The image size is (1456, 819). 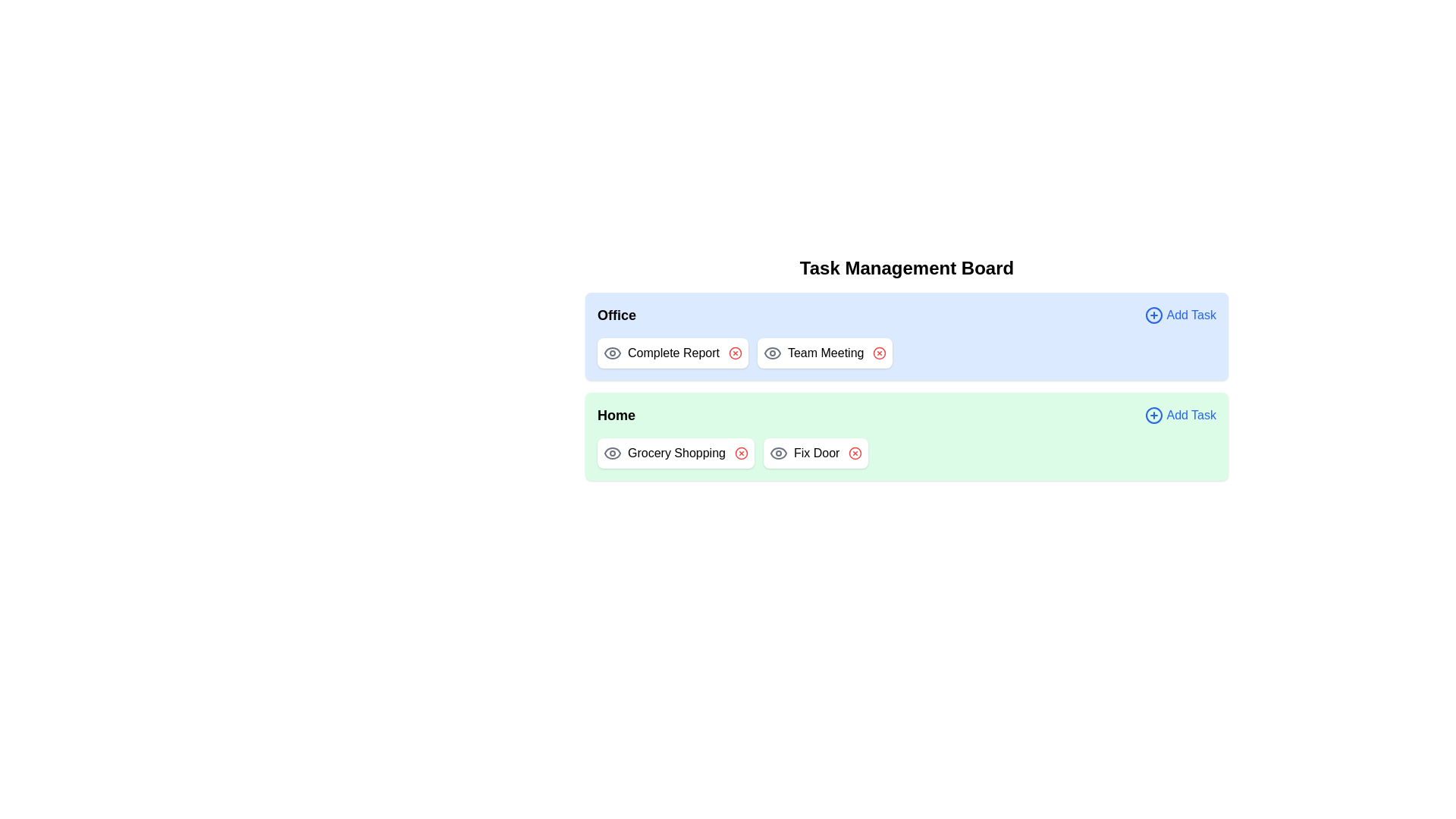 What do you see at coordinates (1179, 415) in the screenshot?
I see `the 'Add Task' button for the specified category Home` at bounding box center [1179, 415].